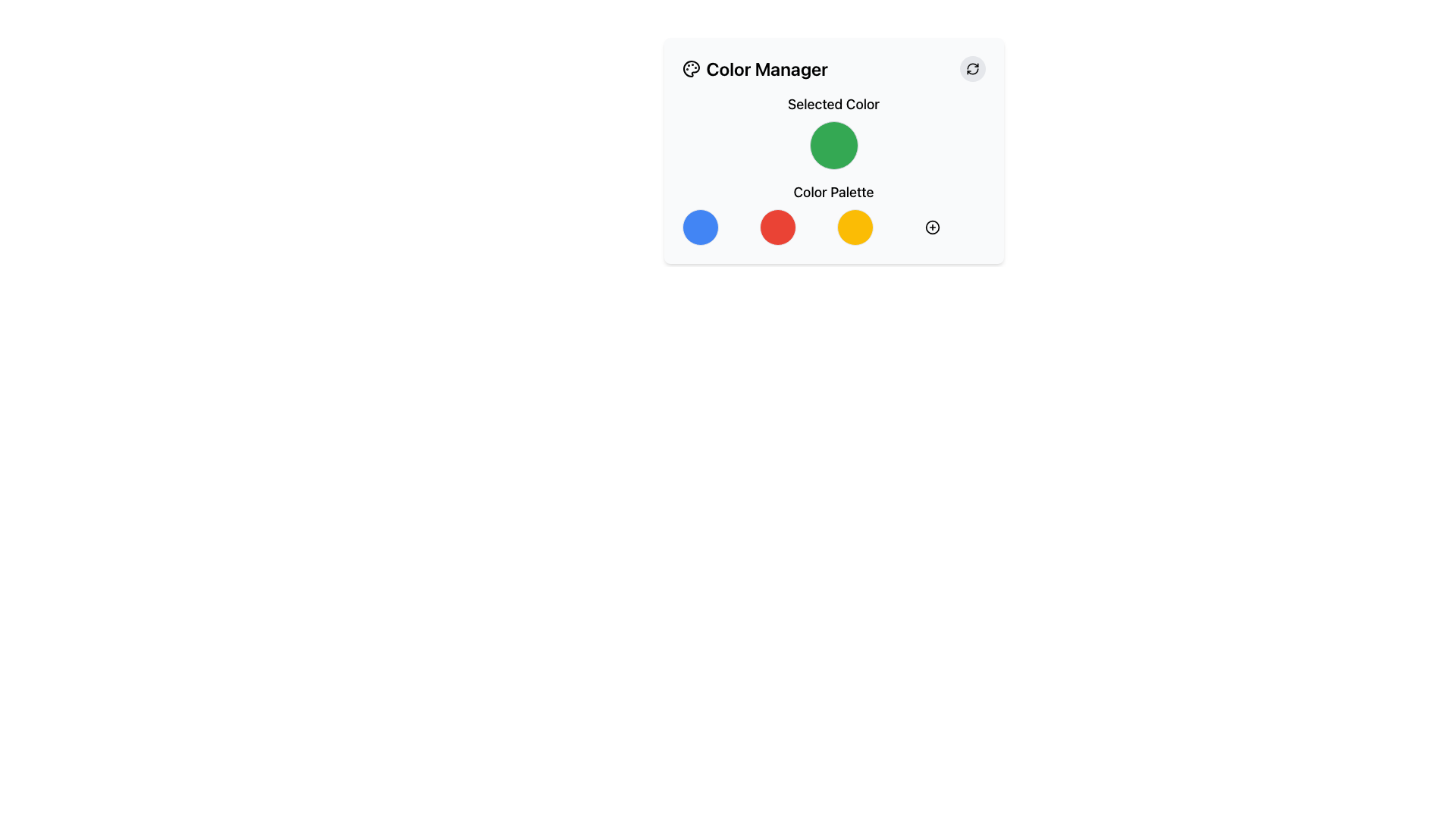  What do you see at coordinates (690, 69) in the screenshot?
I see `the primary decorative icon located in the top-left corner of the 'Color Manager' interface, next to the 'Color Manager' title text` at bounding box center [690, 69].